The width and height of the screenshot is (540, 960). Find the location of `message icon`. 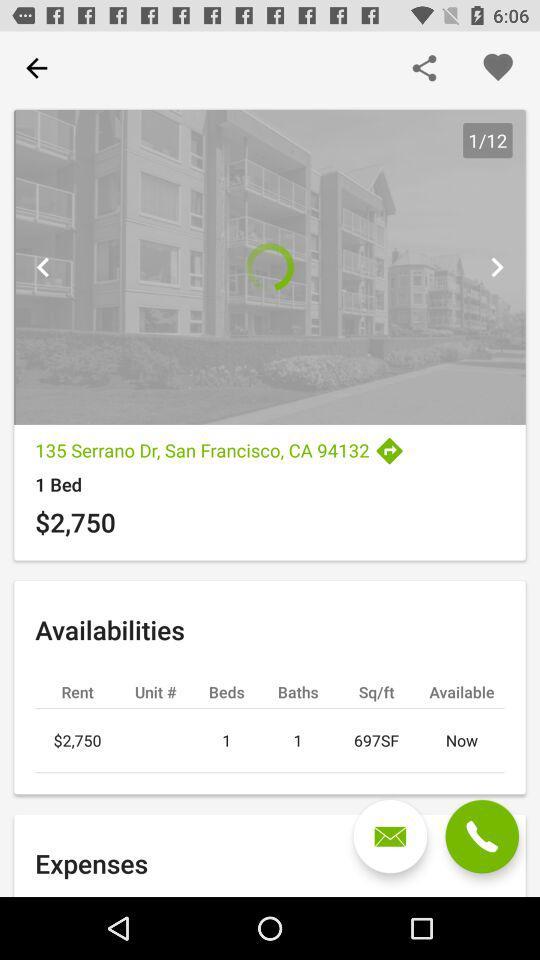

message icon is located at coordinates (390, 836).